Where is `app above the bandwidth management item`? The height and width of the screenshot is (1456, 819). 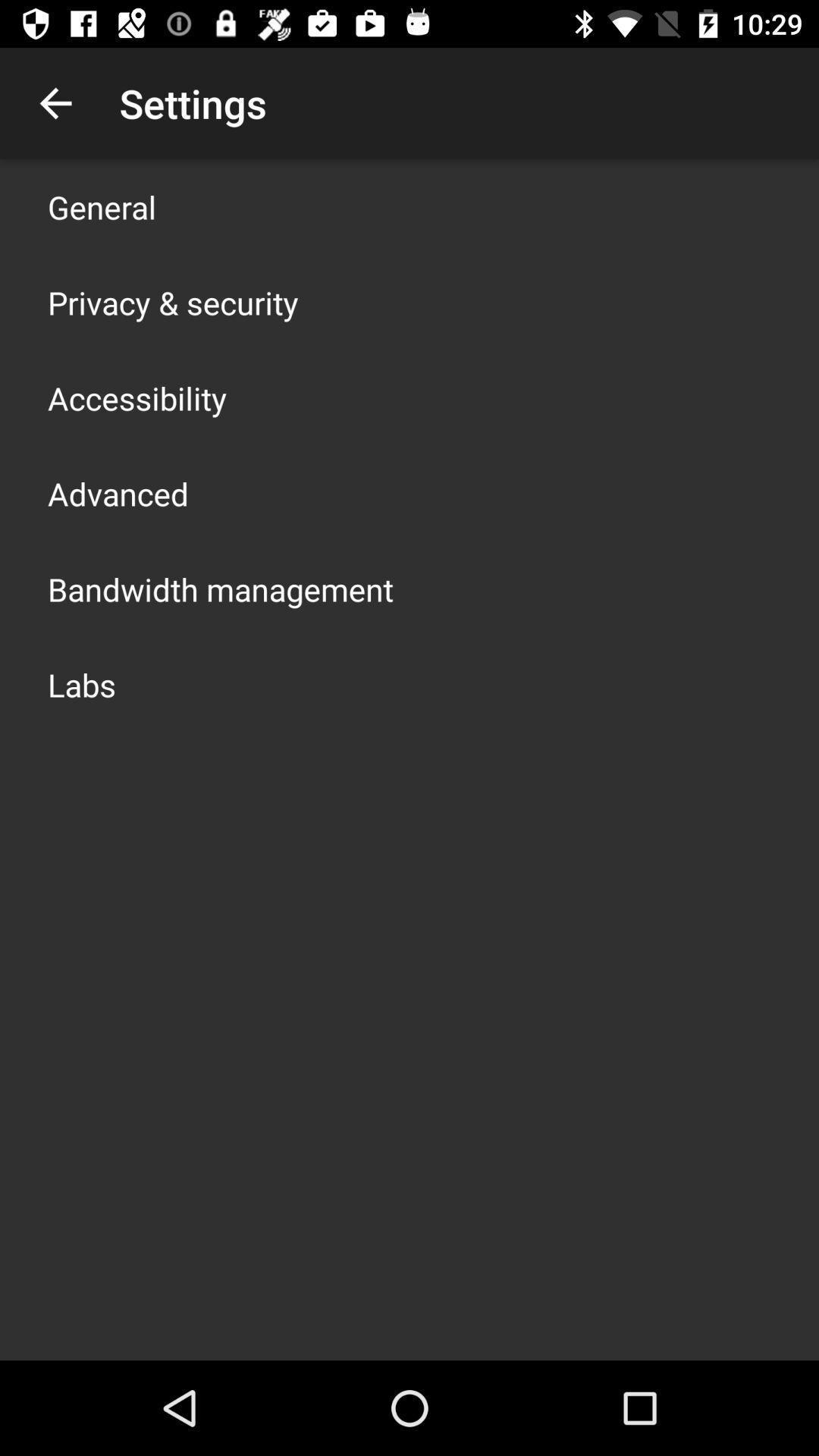
app above the bandwidth management item is located at coordinates (117, 494).